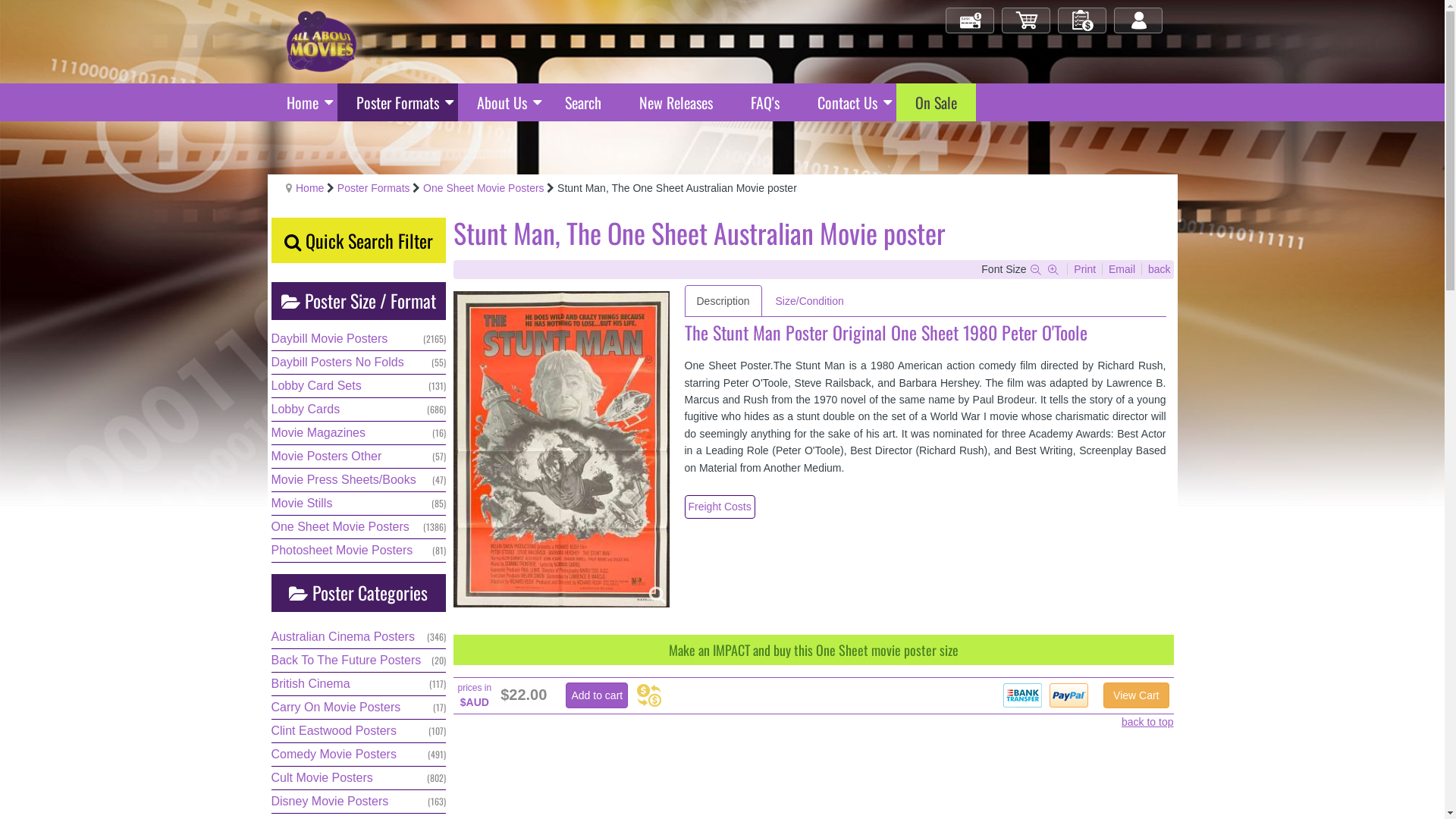  I want to click on 'back to top', so click(1147, 721).